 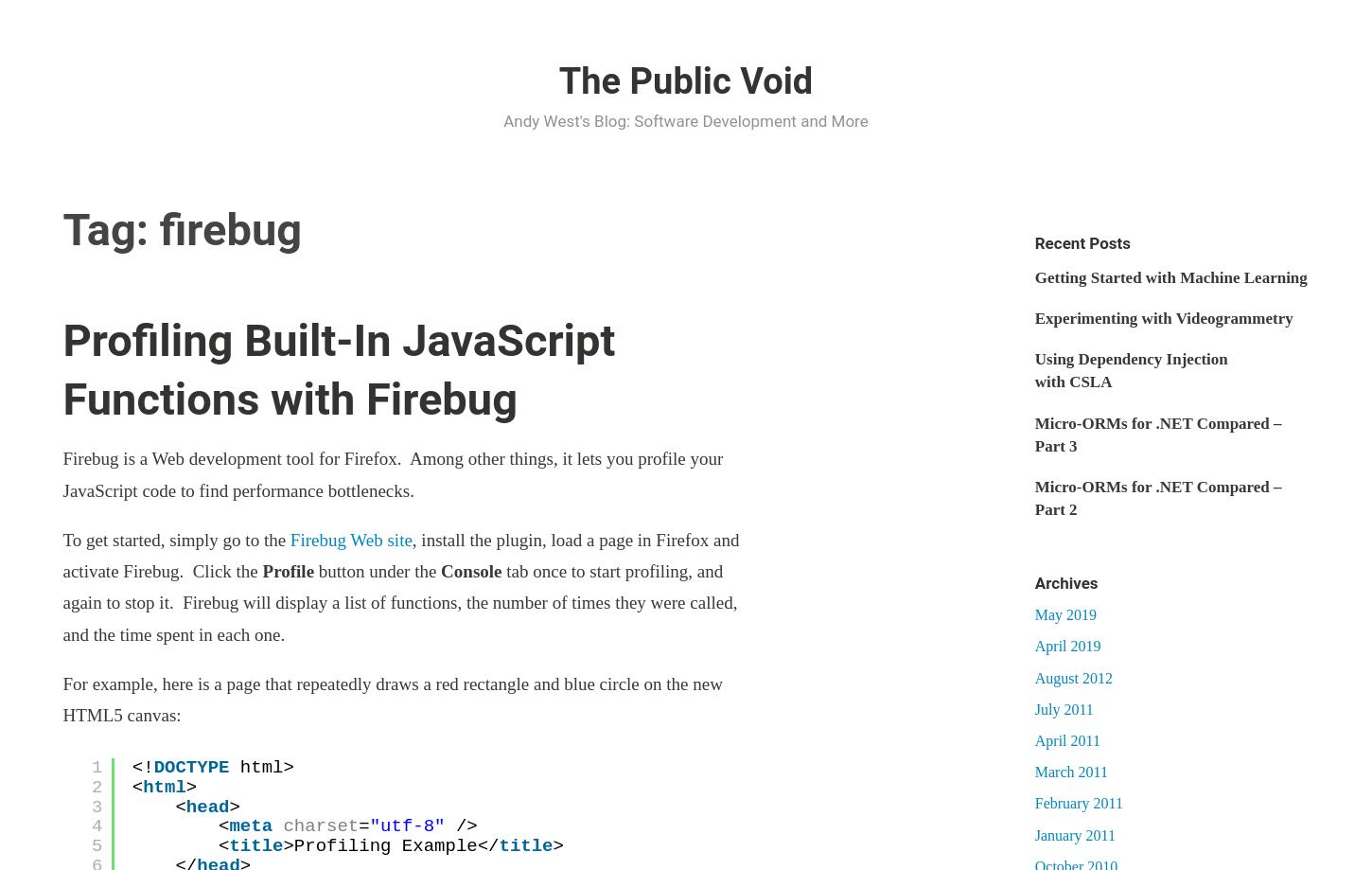 I want to click on '4', so click(x=90, y=825).